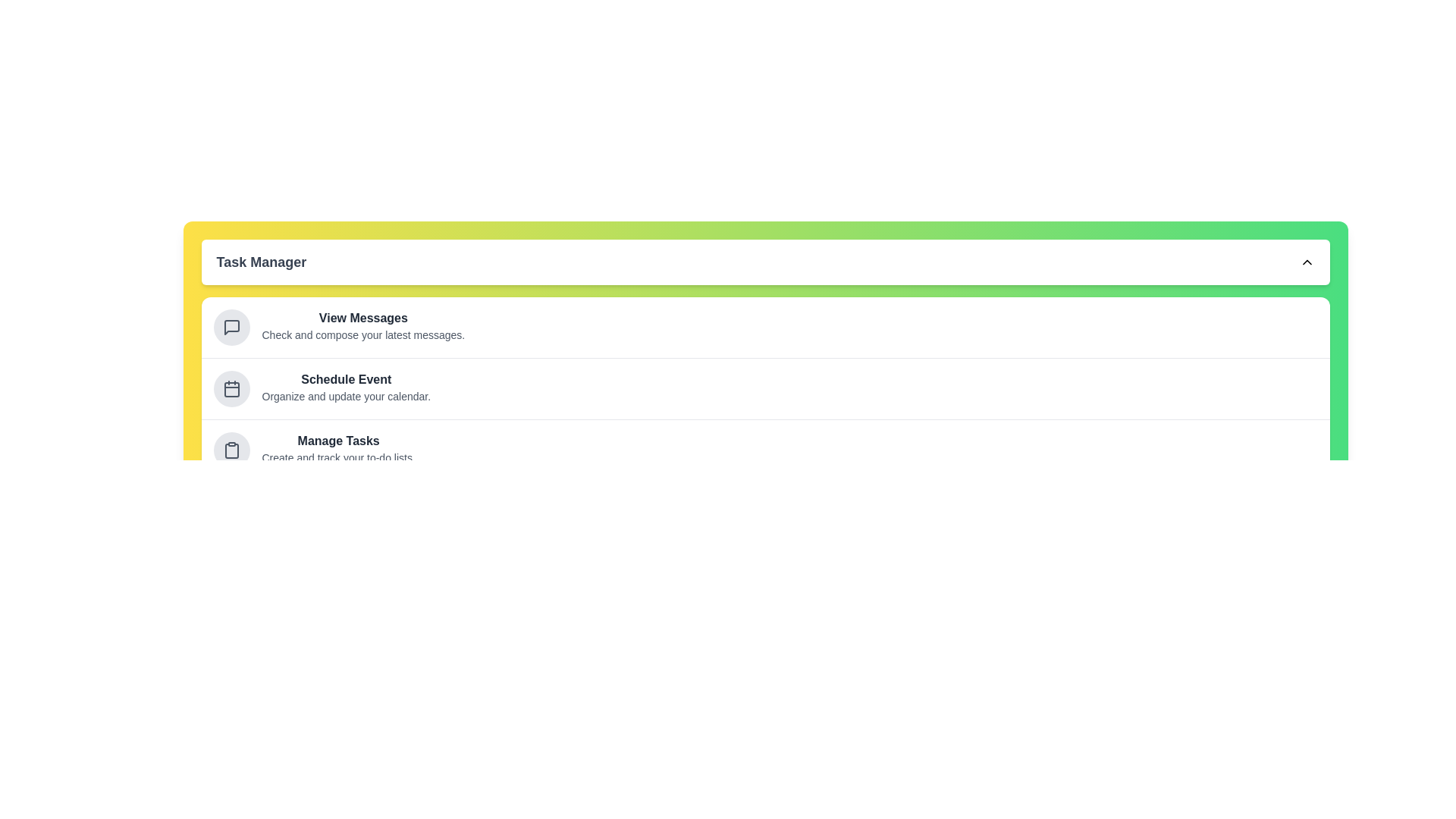 The width and height of the screenshot is (1456, 819). What do you see at coordinates (231, 388) in the screenshot?
I see `the task item Schedule Event` at bounding box center [231, 388].